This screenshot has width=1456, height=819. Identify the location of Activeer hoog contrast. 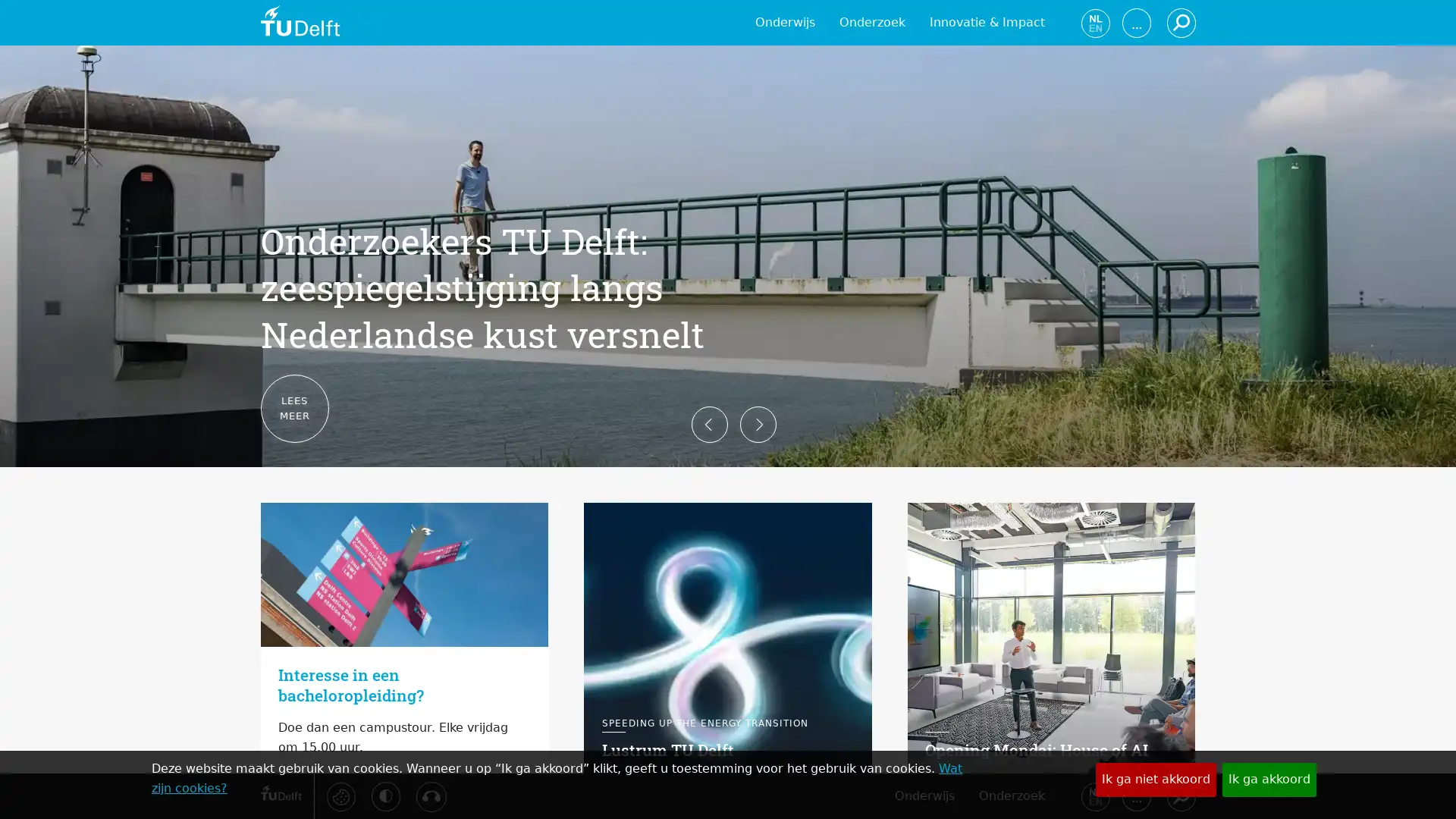
(385, 795).